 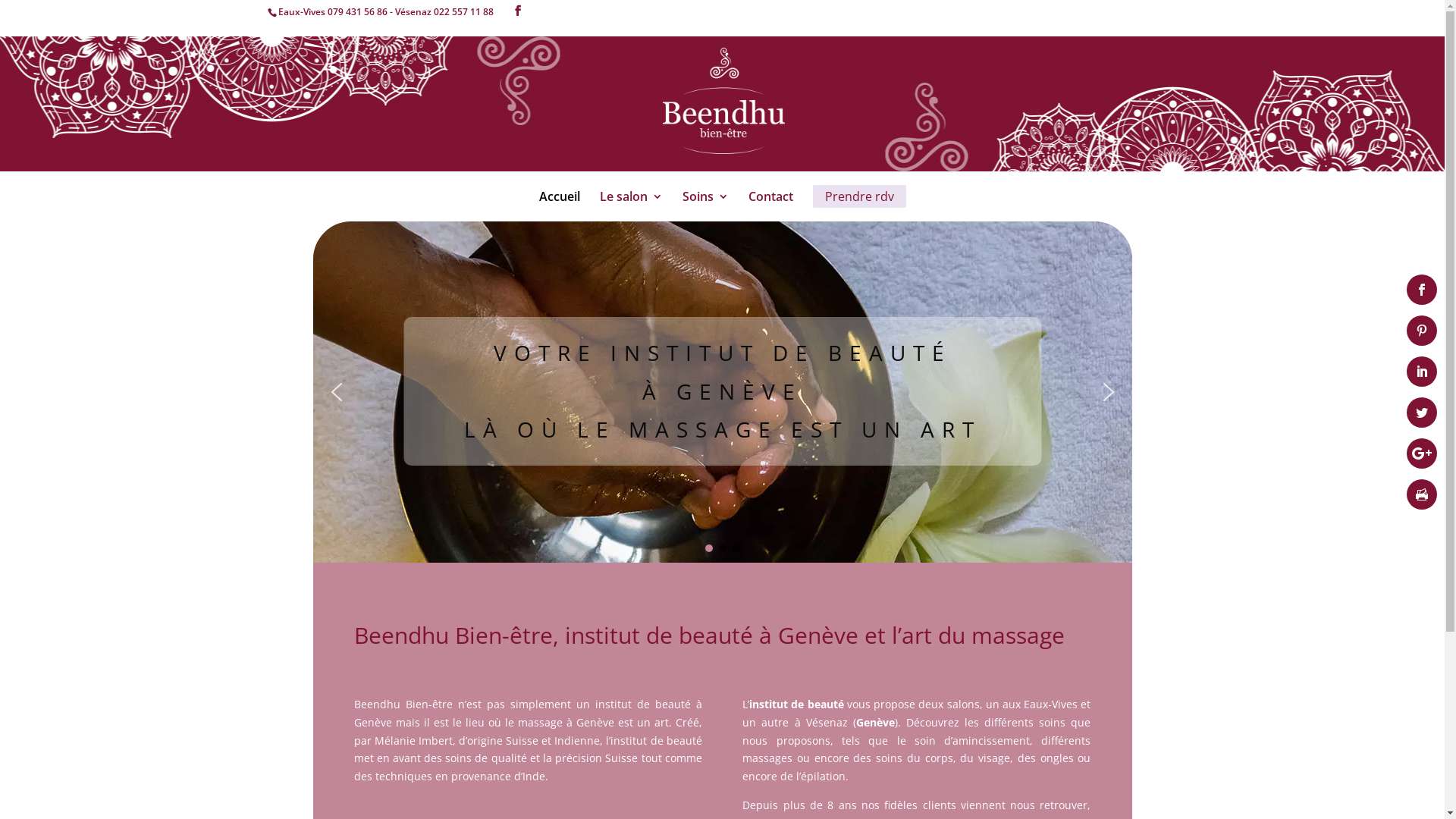 I want to click on 'Prendre rdv', so click(x=859, y=207).